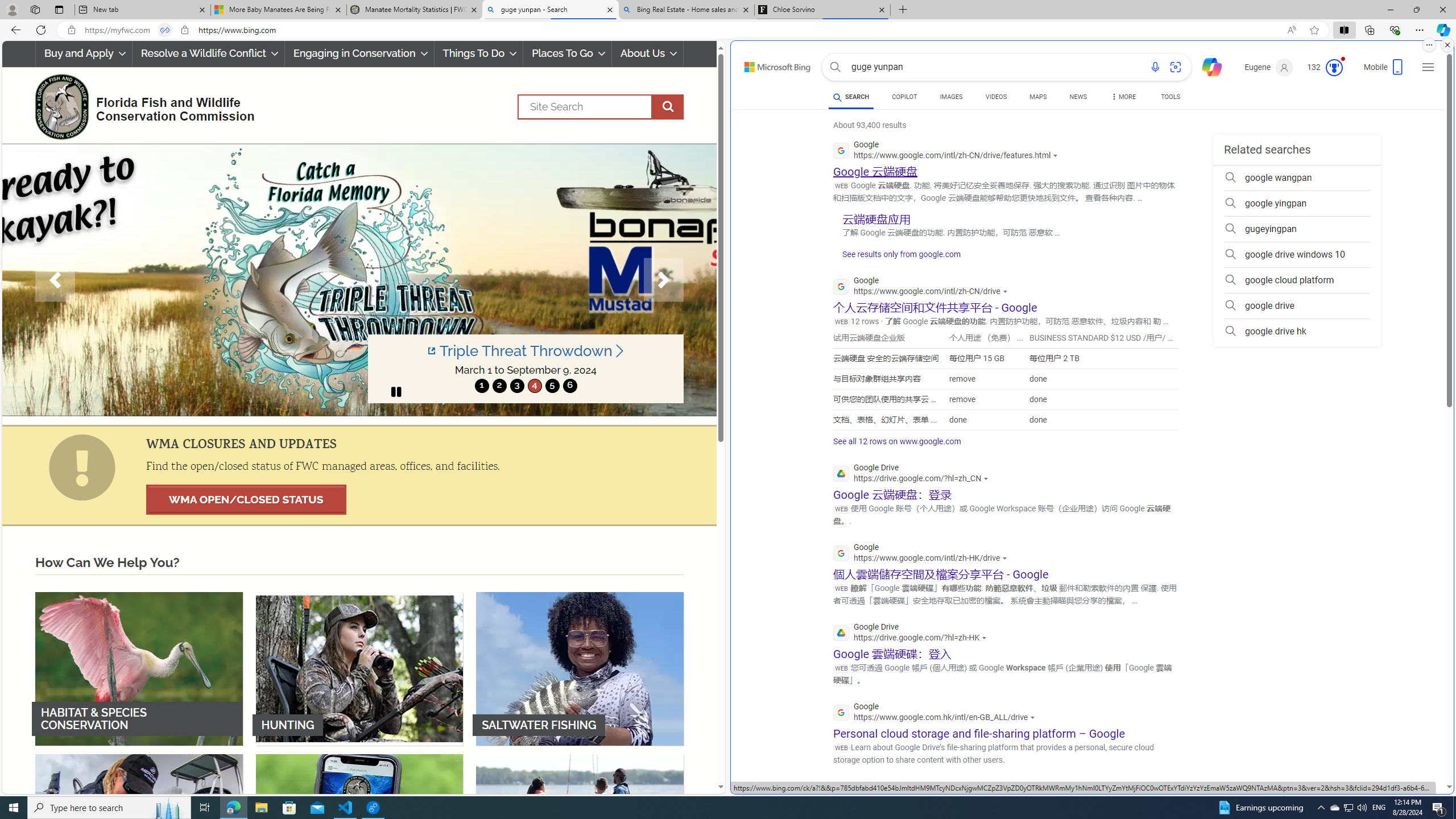 This screenshot has width=1456, height=819. Describe the element at coordinates (851, 96) in the screenshot. I see `'SEARCH'` at that location.